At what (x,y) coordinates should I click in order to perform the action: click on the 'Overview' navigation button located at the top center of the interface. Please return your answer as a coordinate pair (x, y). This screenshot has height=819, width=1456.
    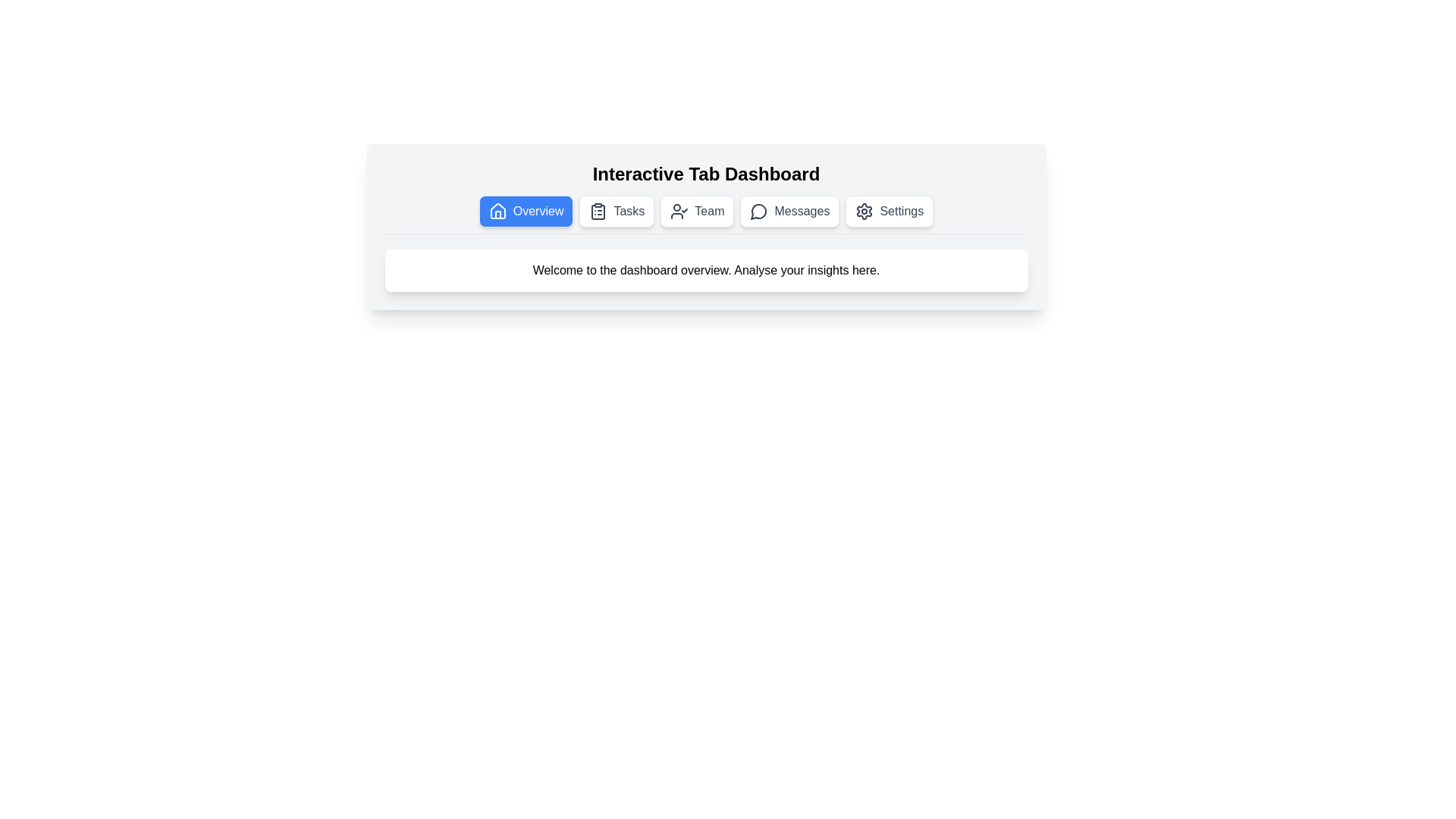
    Looking at the image, I should click on (526, 211).